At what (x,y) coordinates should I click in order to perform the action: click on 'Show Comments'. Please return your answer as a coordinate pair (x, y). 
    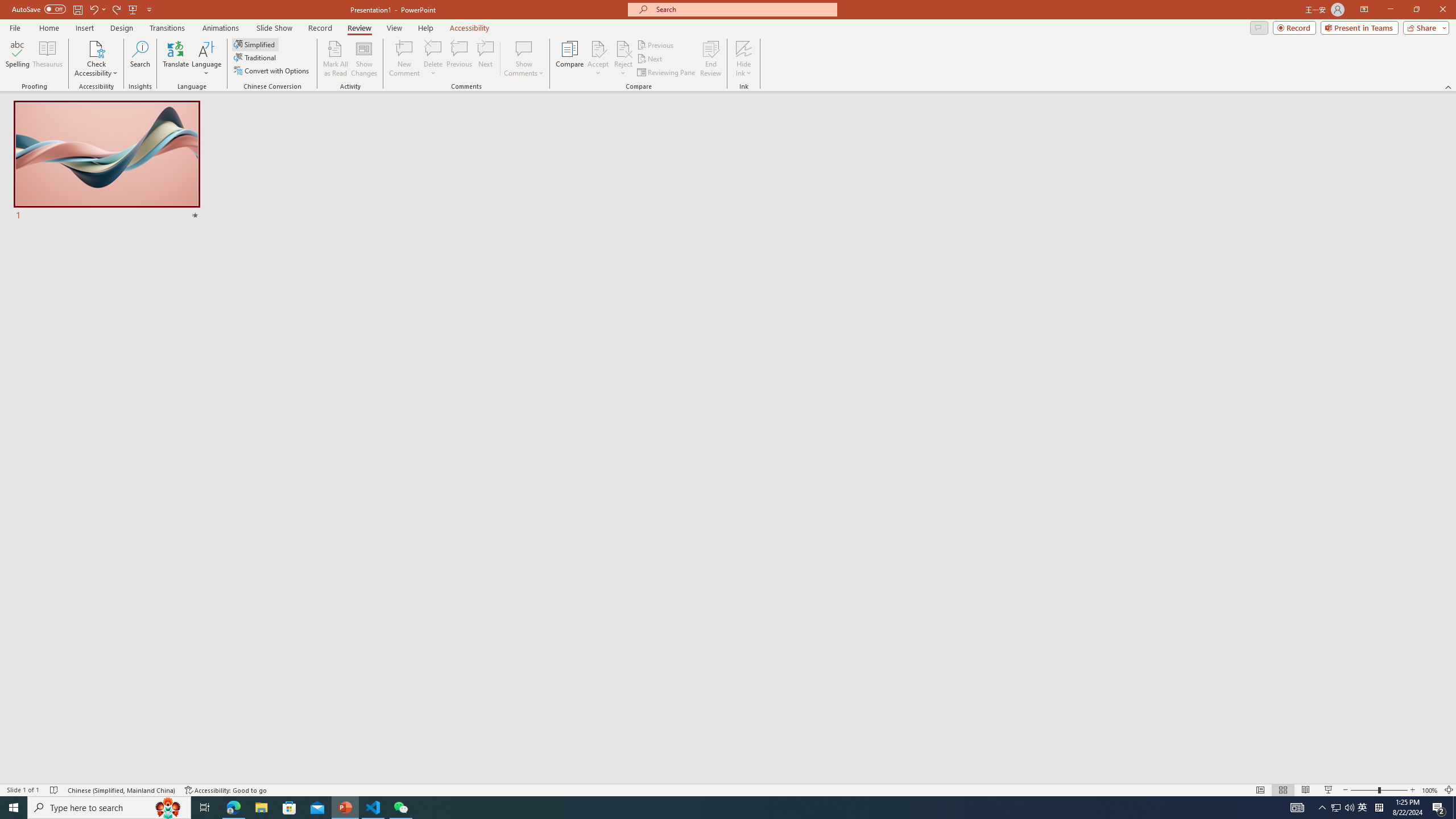
    Looking at the image, I should click on (524, 48).